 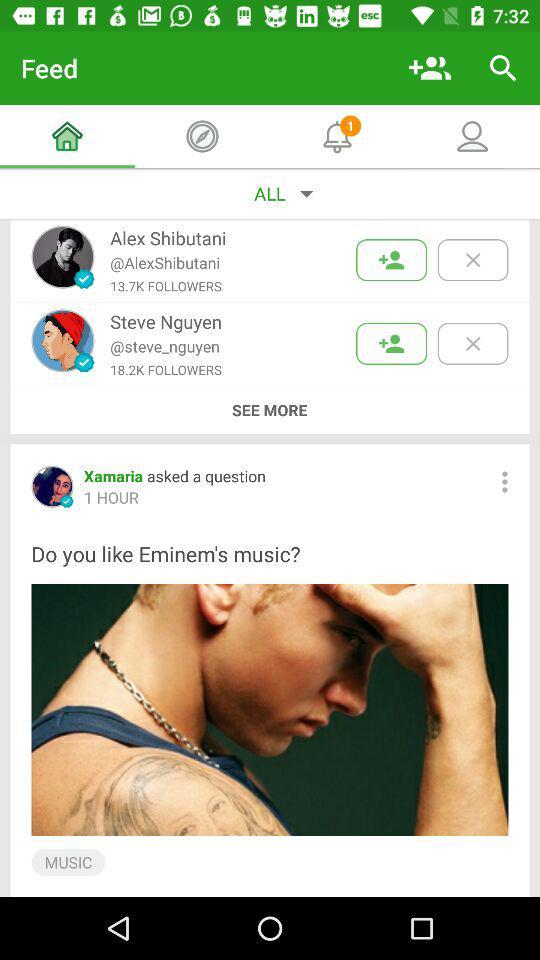 I want to click on item to the right of the feed app, so click(x=428, y=68).